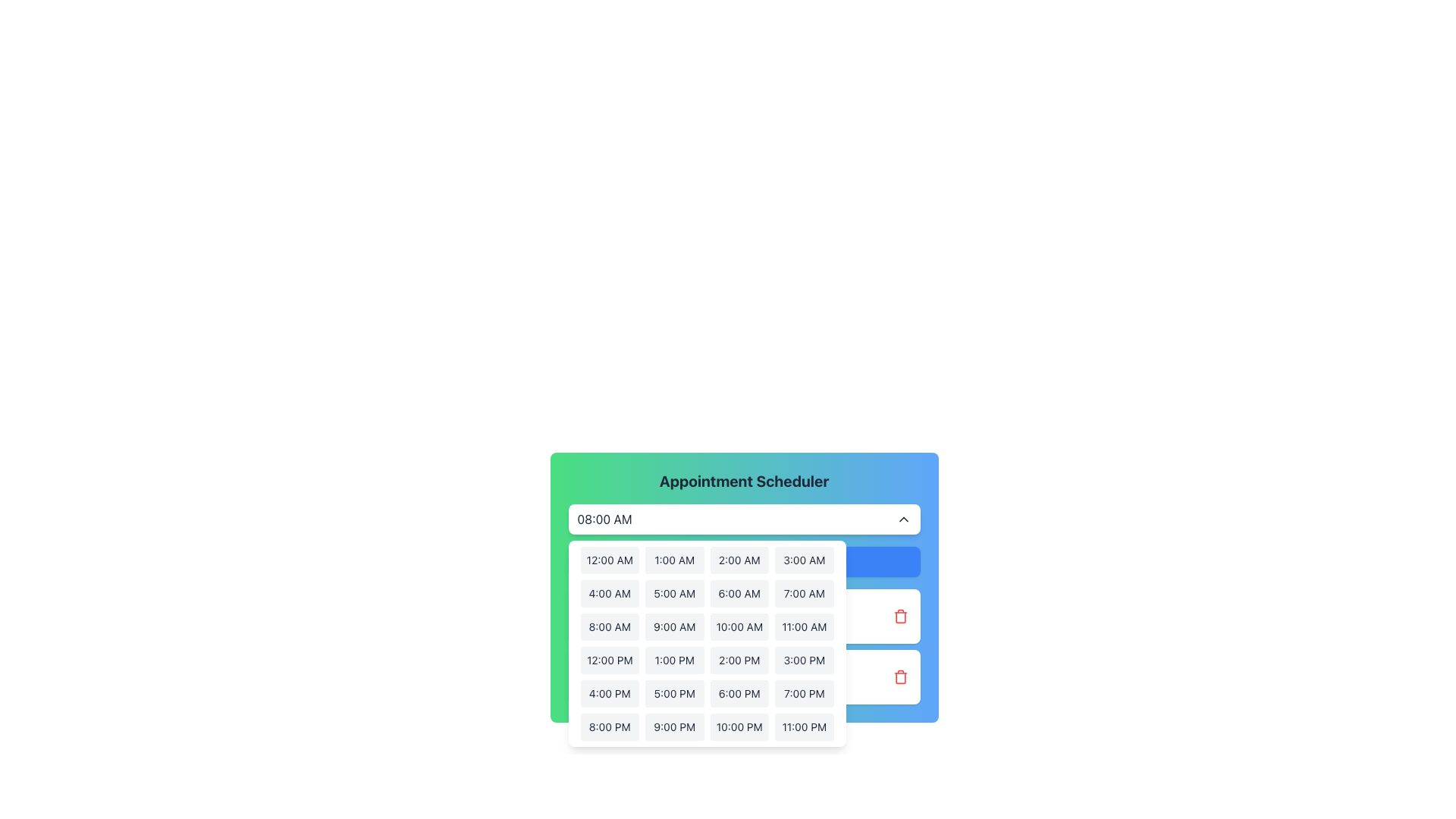  Describe the element at coordinates (739, 593) in the screenshot. I see `the button labeled '6:00 AM' in the Appointment Scheduler` at that location.